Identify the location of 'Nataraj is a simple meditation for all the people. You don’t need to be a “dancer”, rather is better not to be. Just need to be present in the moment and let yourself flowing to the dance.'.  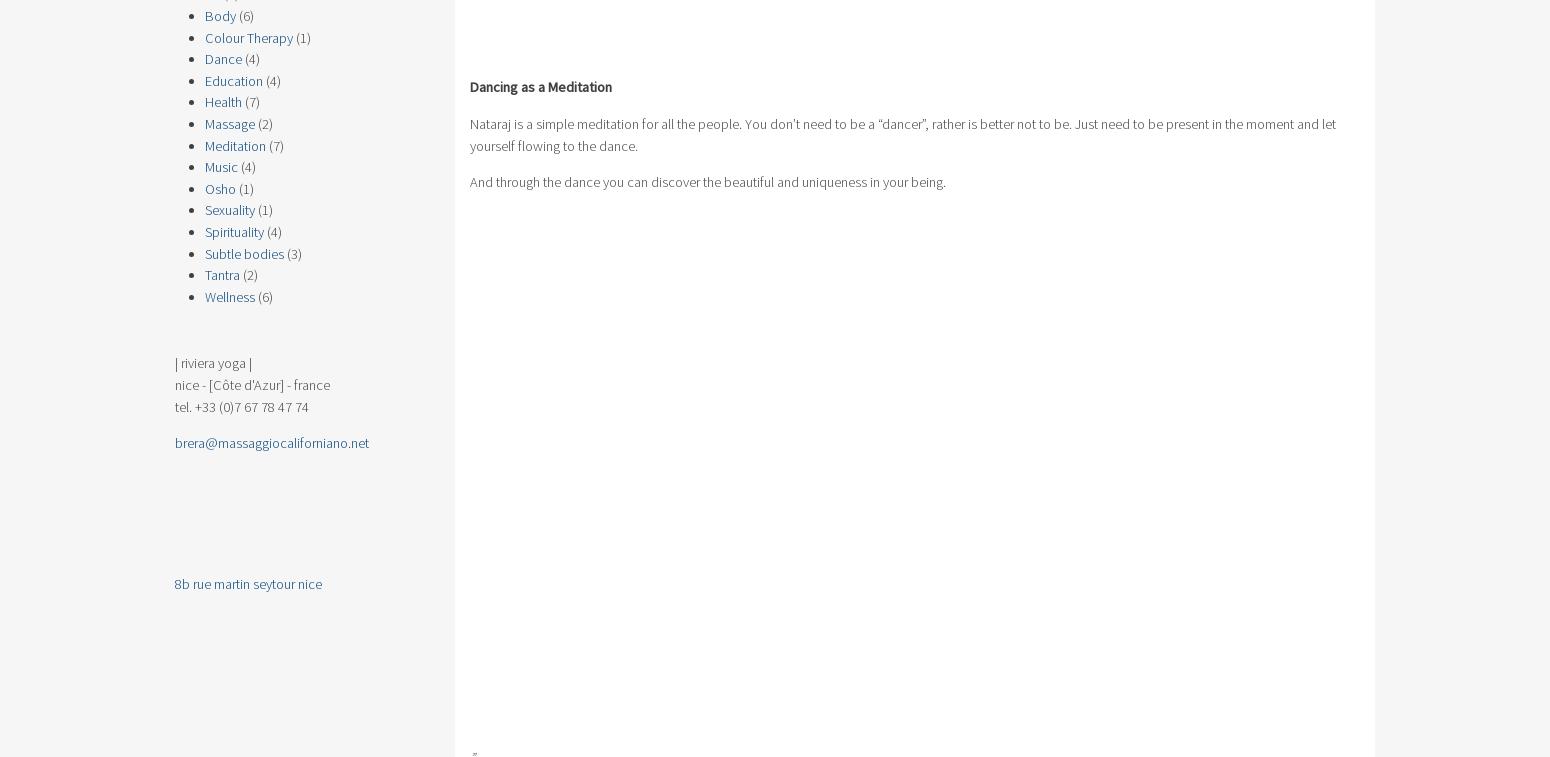
(903, 133).